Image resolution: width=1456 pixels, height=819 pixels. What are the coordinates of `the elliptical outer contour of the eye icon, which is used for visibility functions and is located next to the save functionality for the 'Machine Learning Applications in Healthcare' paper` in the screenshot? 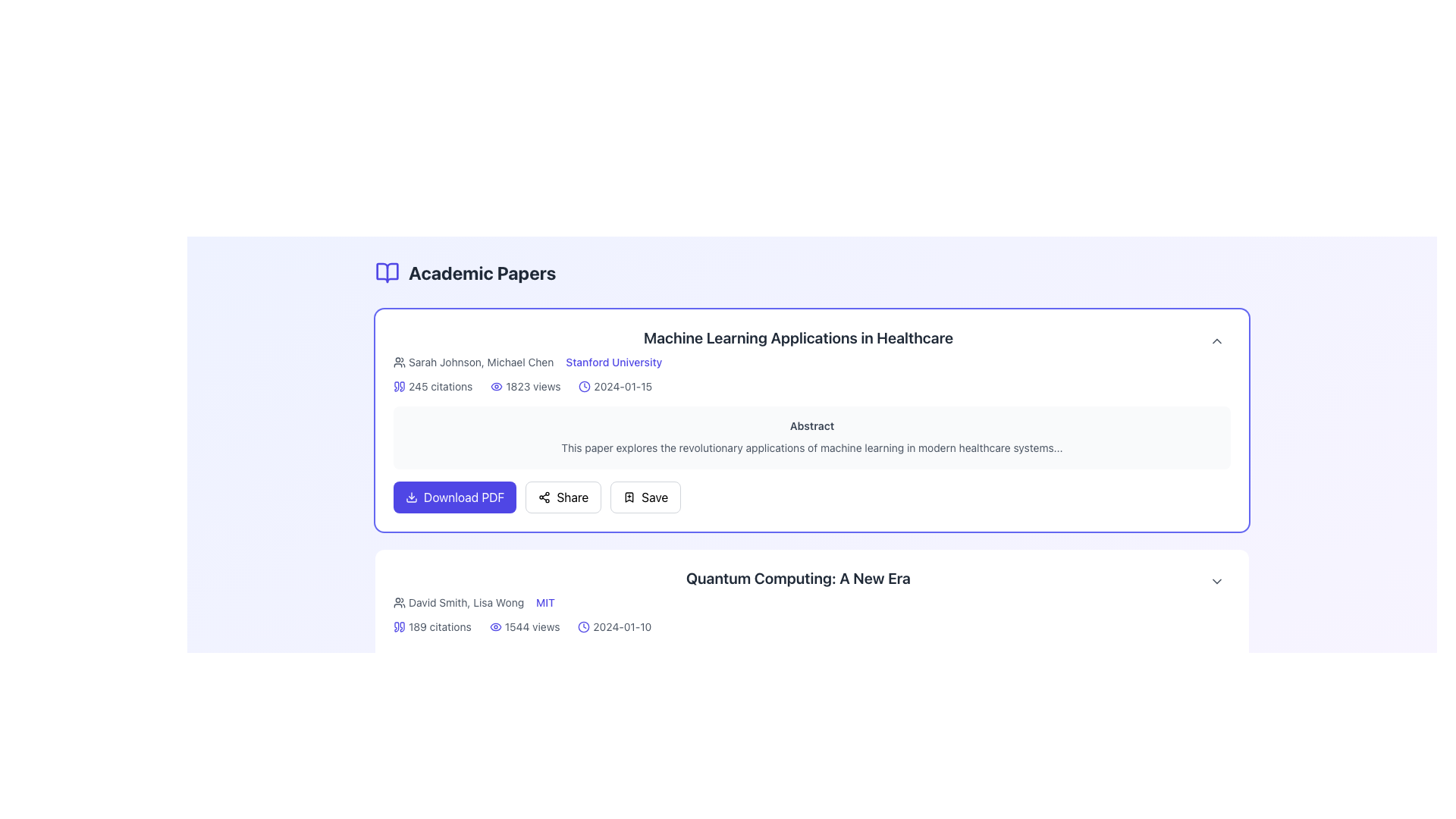 It's located at (497, 385).